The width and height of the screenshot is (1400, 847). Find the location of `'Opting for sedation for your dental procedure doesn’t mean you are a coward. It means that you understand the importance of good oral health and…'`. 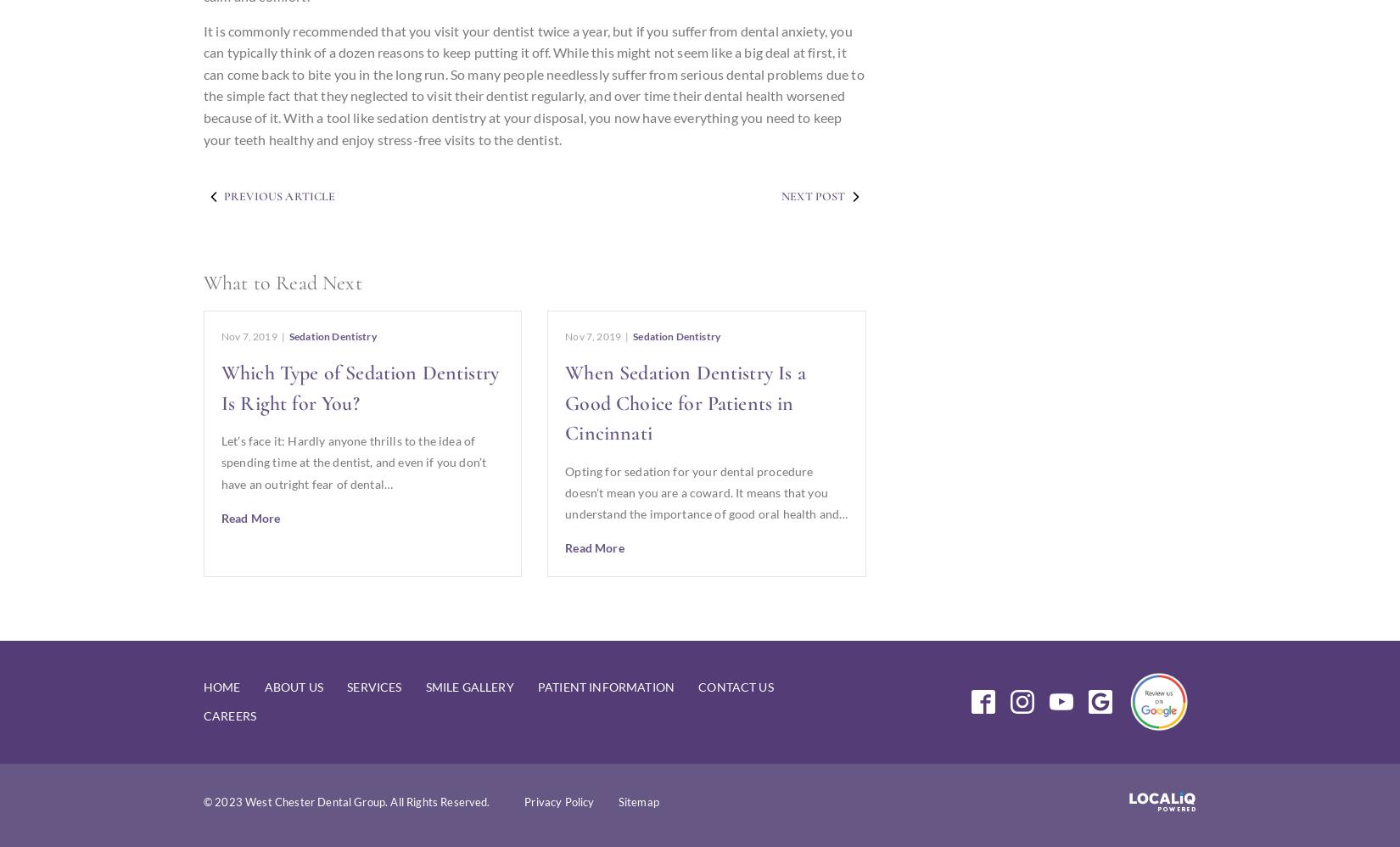

'Opting for sedation for your dental procedure doesn’t mean you are a coward. It means that you understand the importance of good oral health and…' is located at coordinates (706, 491).